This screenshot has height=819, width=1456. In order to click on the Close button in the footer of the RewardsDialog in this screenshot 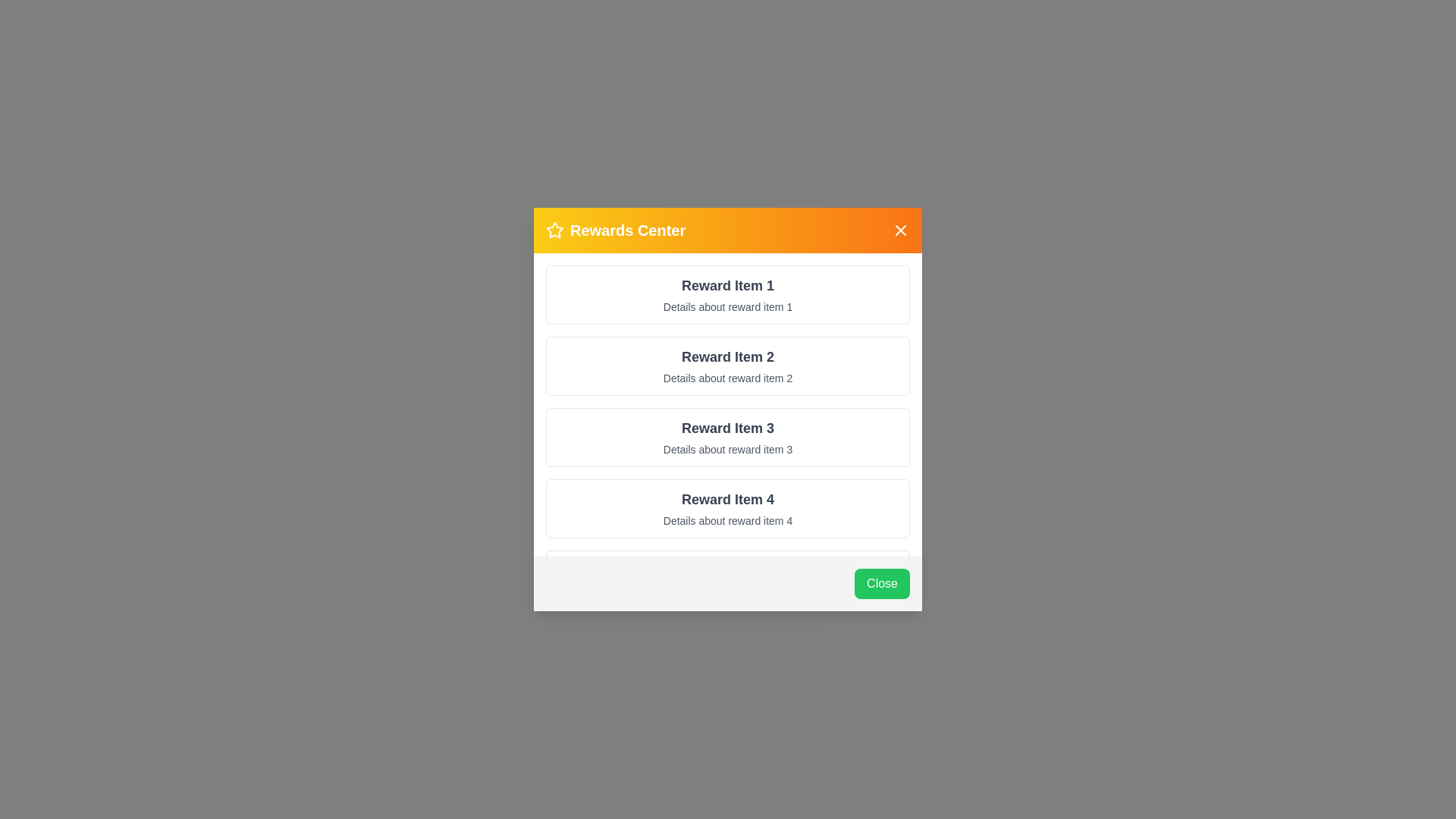, I will do `click(882, 583)`.